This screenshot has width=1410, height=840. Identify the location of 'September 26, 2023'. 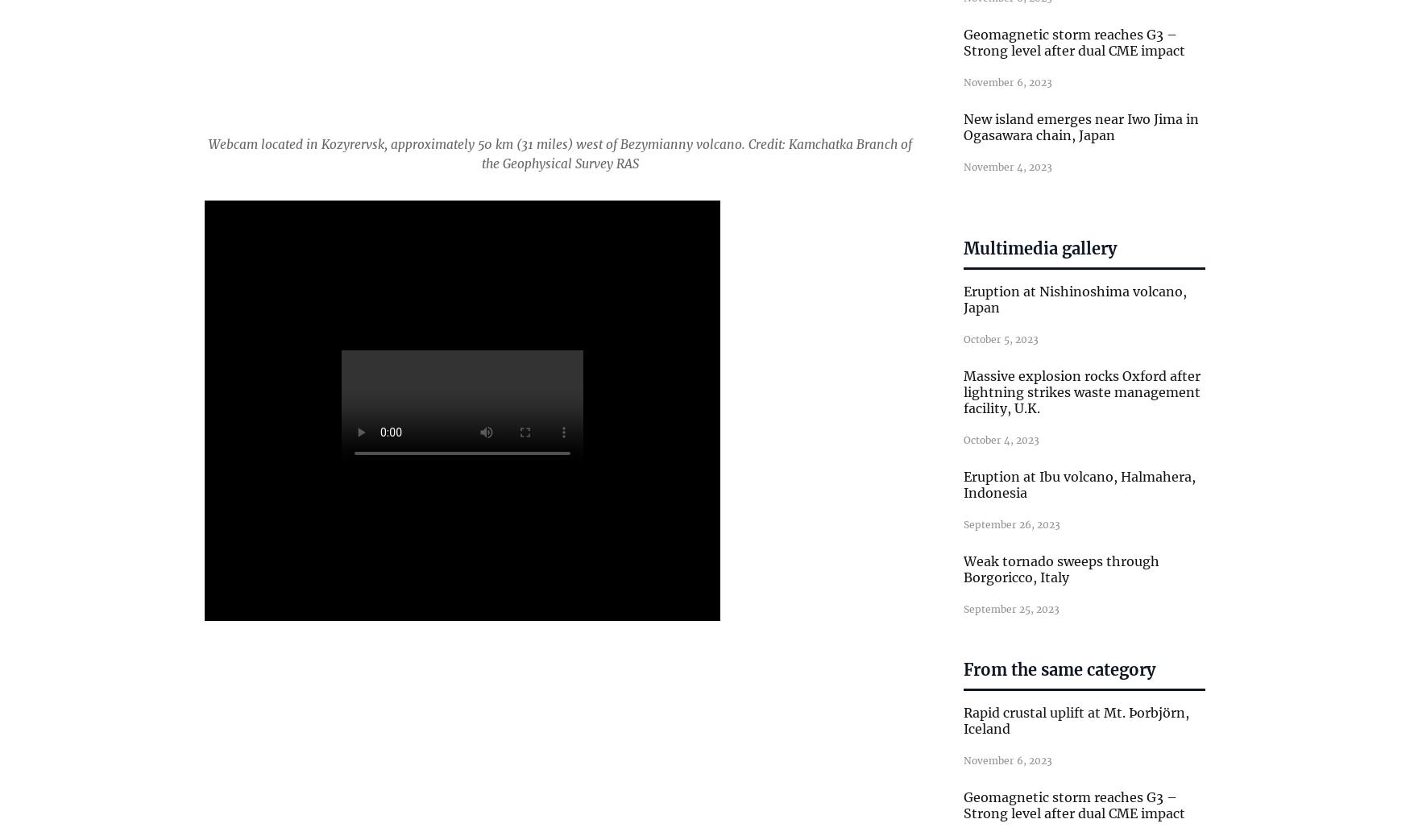
(1010, 523).